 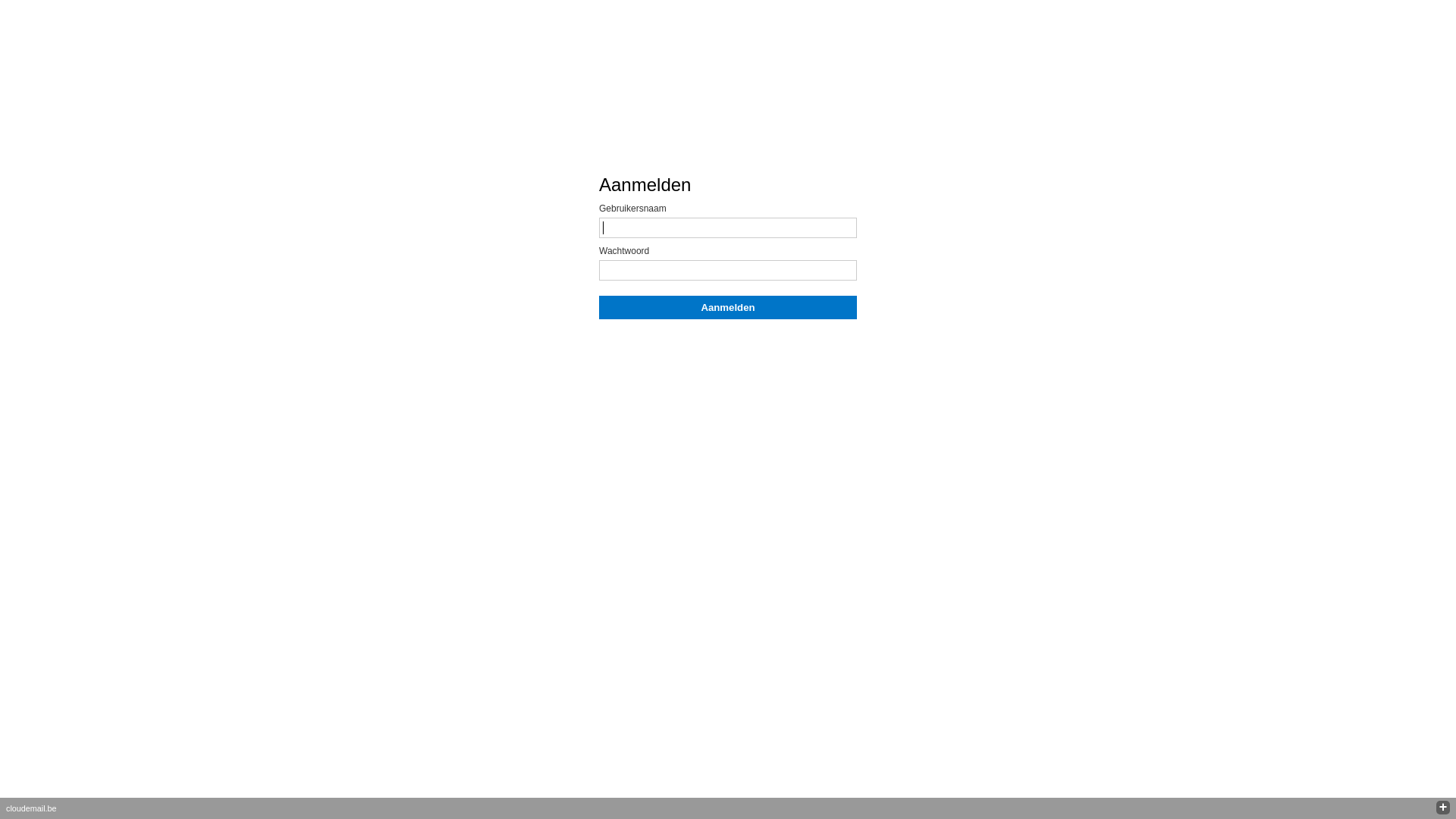 What do you see at coordinates (1442, 806) in the screenshot?
I see `'+'` at bounding box center [1442, 806].